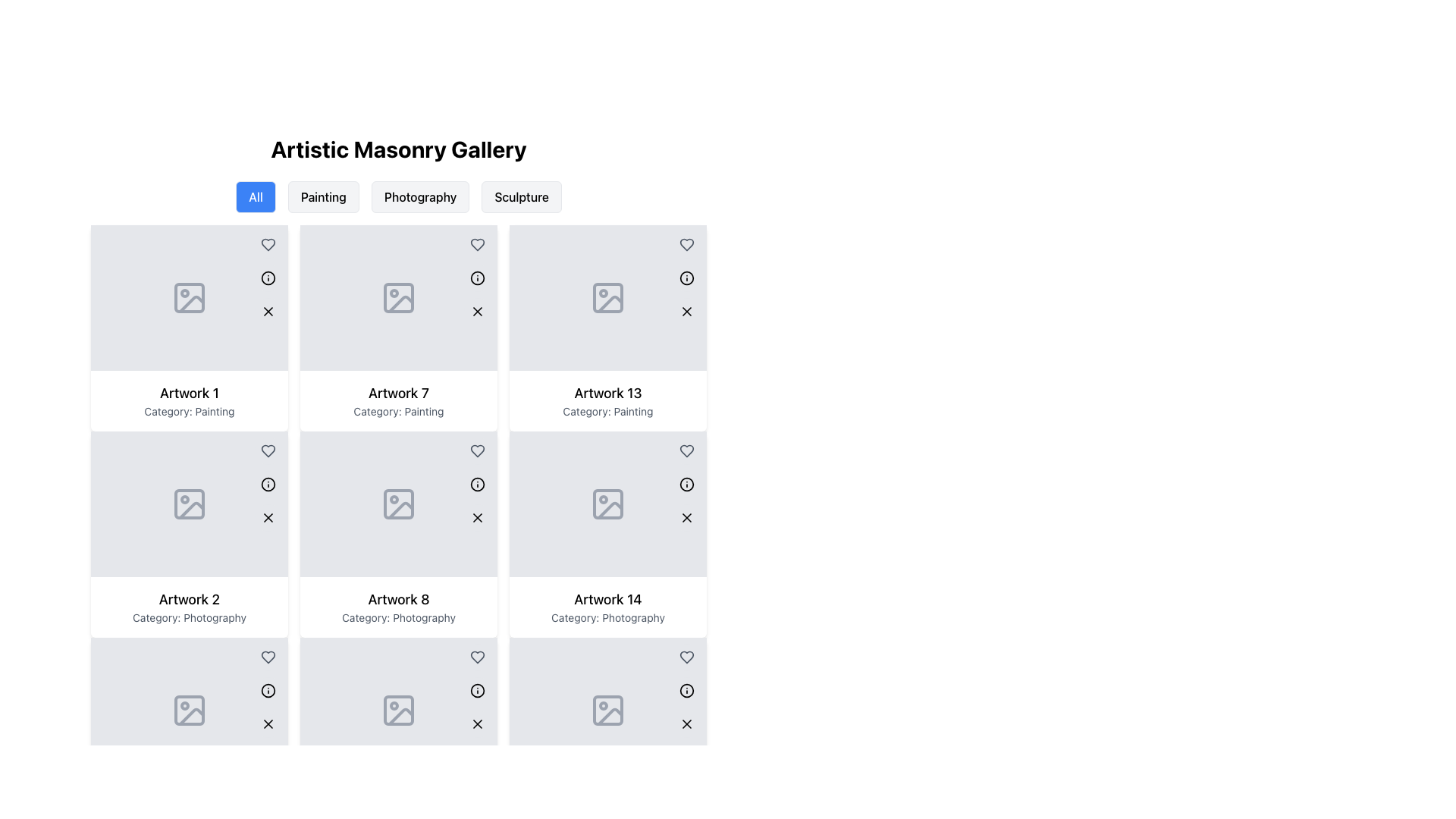 The width and height of the screenshot is (1456, 819). I want to click on the circular button with a gray background and white bordered information icon located in the top right corner of the 'Artwork 8' card, so click(476, 485).